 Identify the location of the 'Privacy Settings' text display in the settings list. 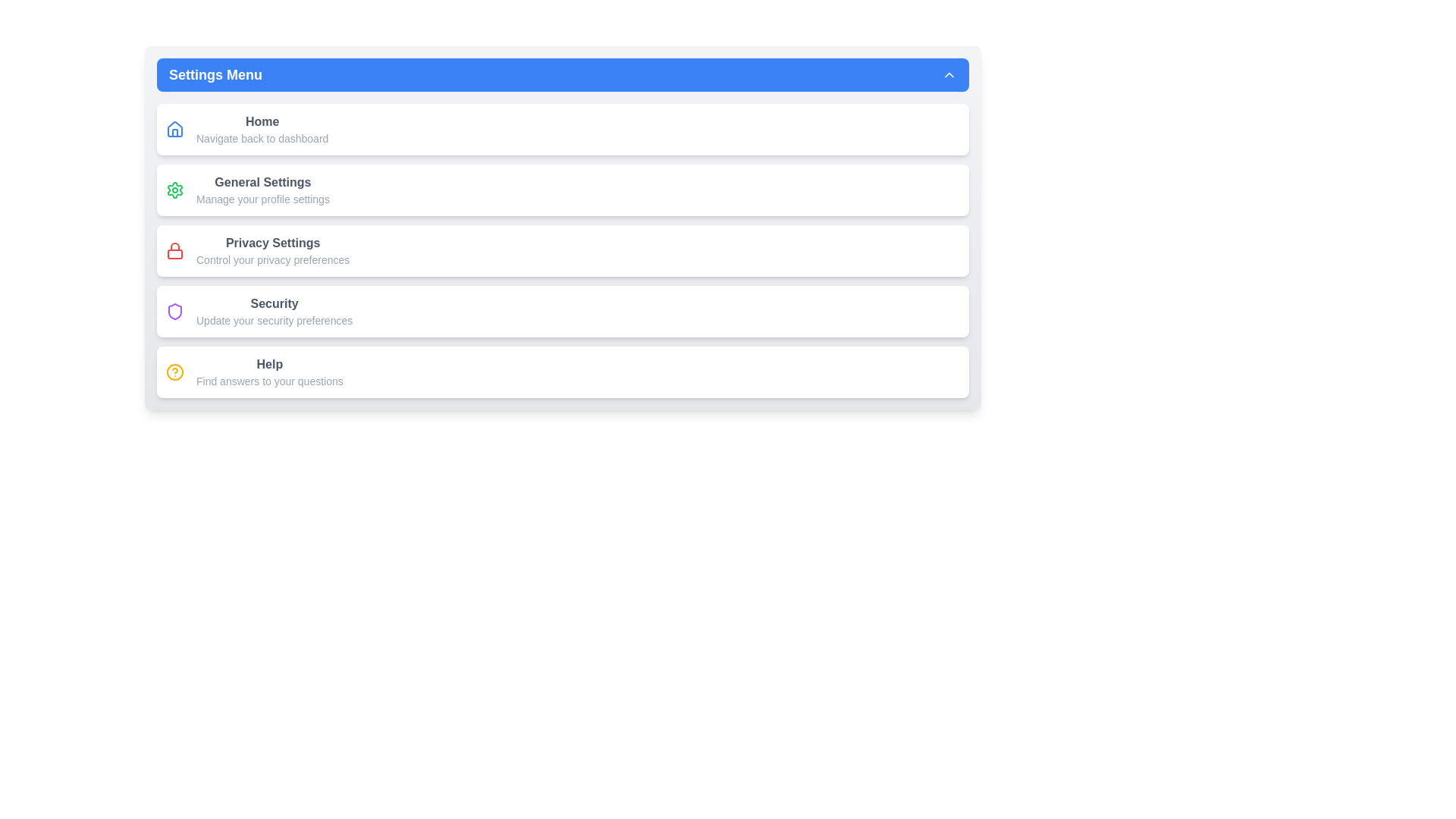
(273, 250).